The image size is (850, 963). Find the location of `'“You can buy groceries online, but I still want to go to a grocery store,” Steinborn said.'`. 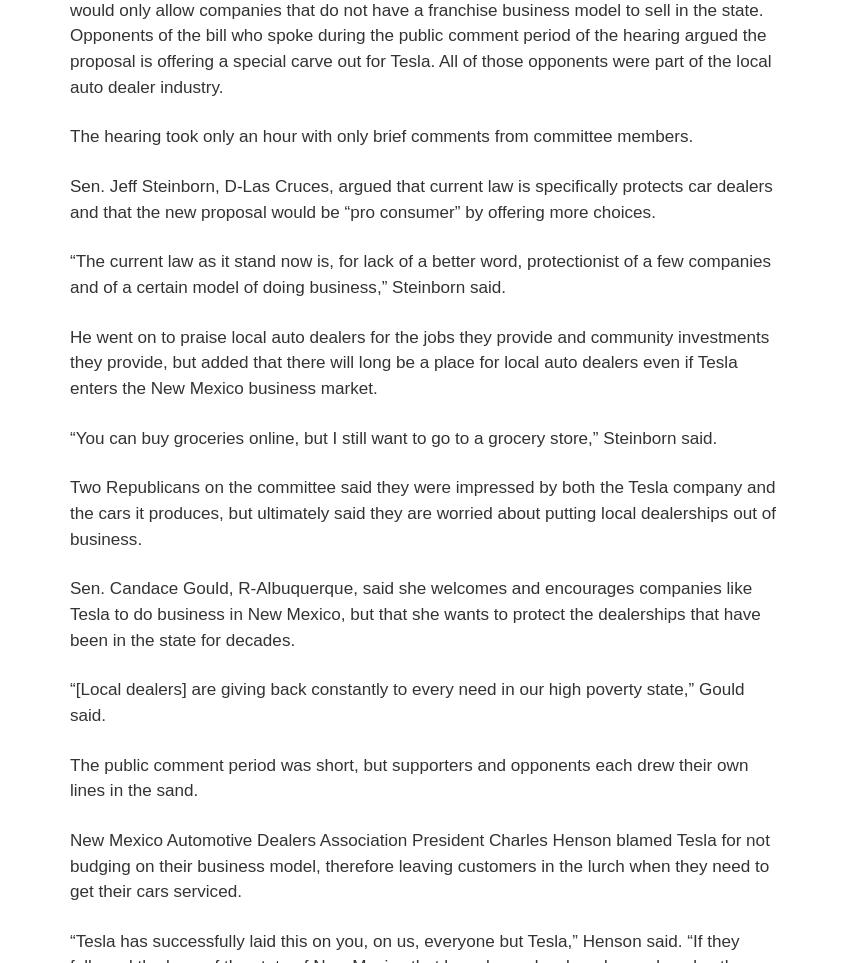

'“You can buy groceries online, but I still want to go to a grocery store,” Steinborn said.' is located at coordinates (393, 437).